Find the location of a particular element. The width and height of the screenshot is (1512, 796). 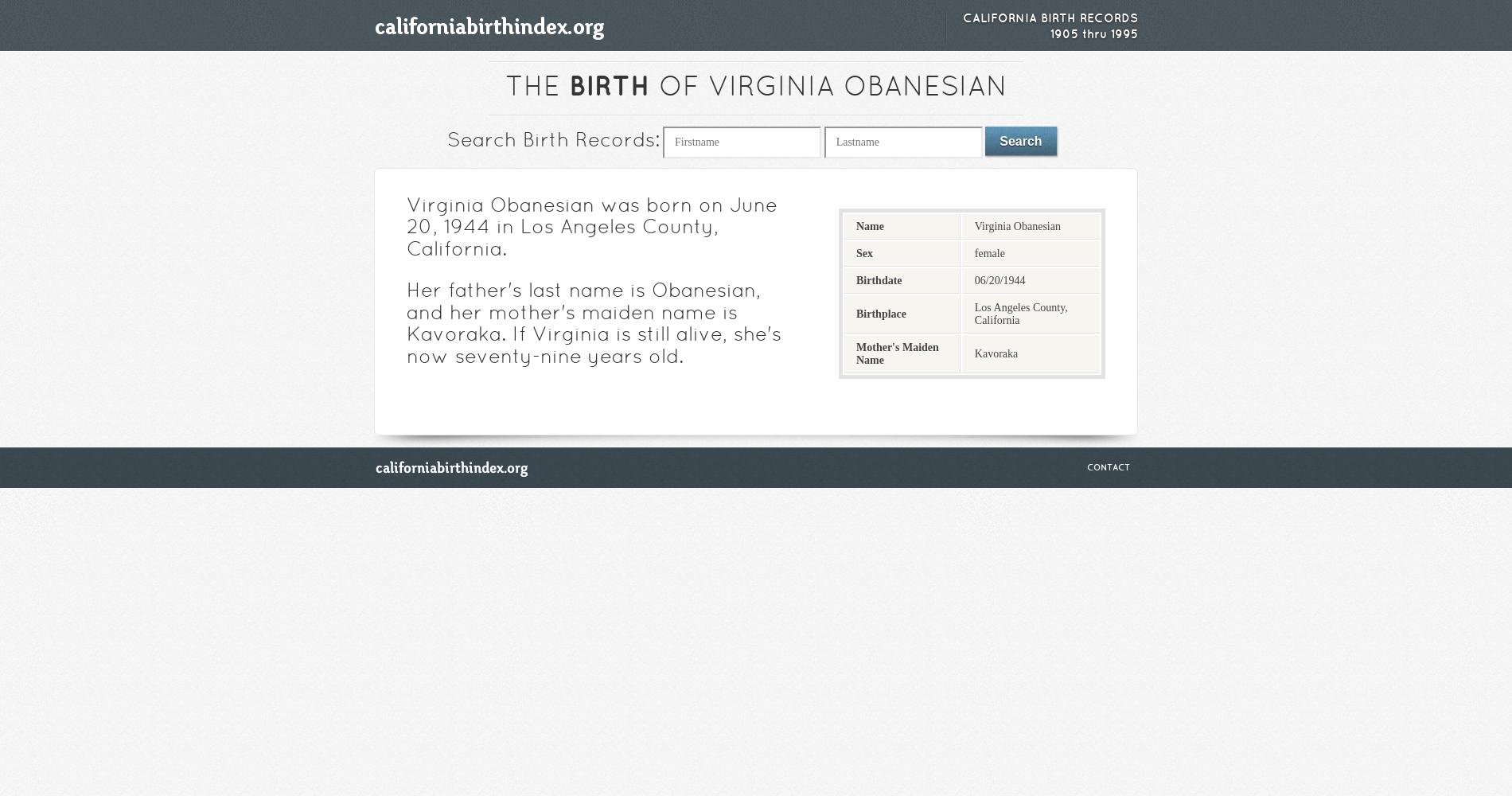

'Search Birth Records:' is located at coordinates (447, 142).